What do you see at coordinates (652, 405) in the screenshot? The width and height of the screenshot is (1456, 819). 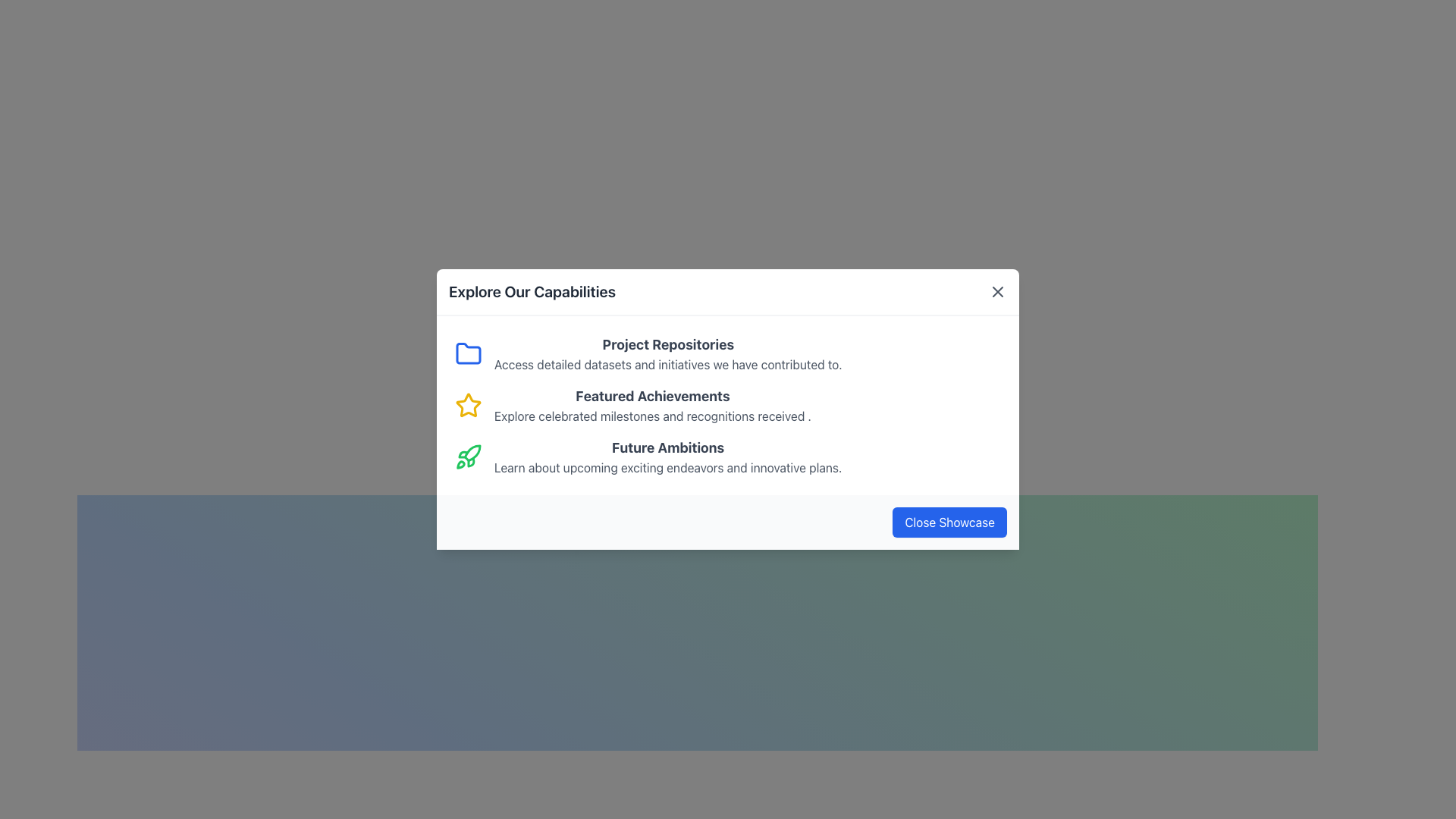 I see `informational text block titled 'Featured Achievements' located in the second row under 'Explore Our Capabilities', positioned between 'Project Repositories' and 'Future Ambitions'` at bounding box center [652, 405].